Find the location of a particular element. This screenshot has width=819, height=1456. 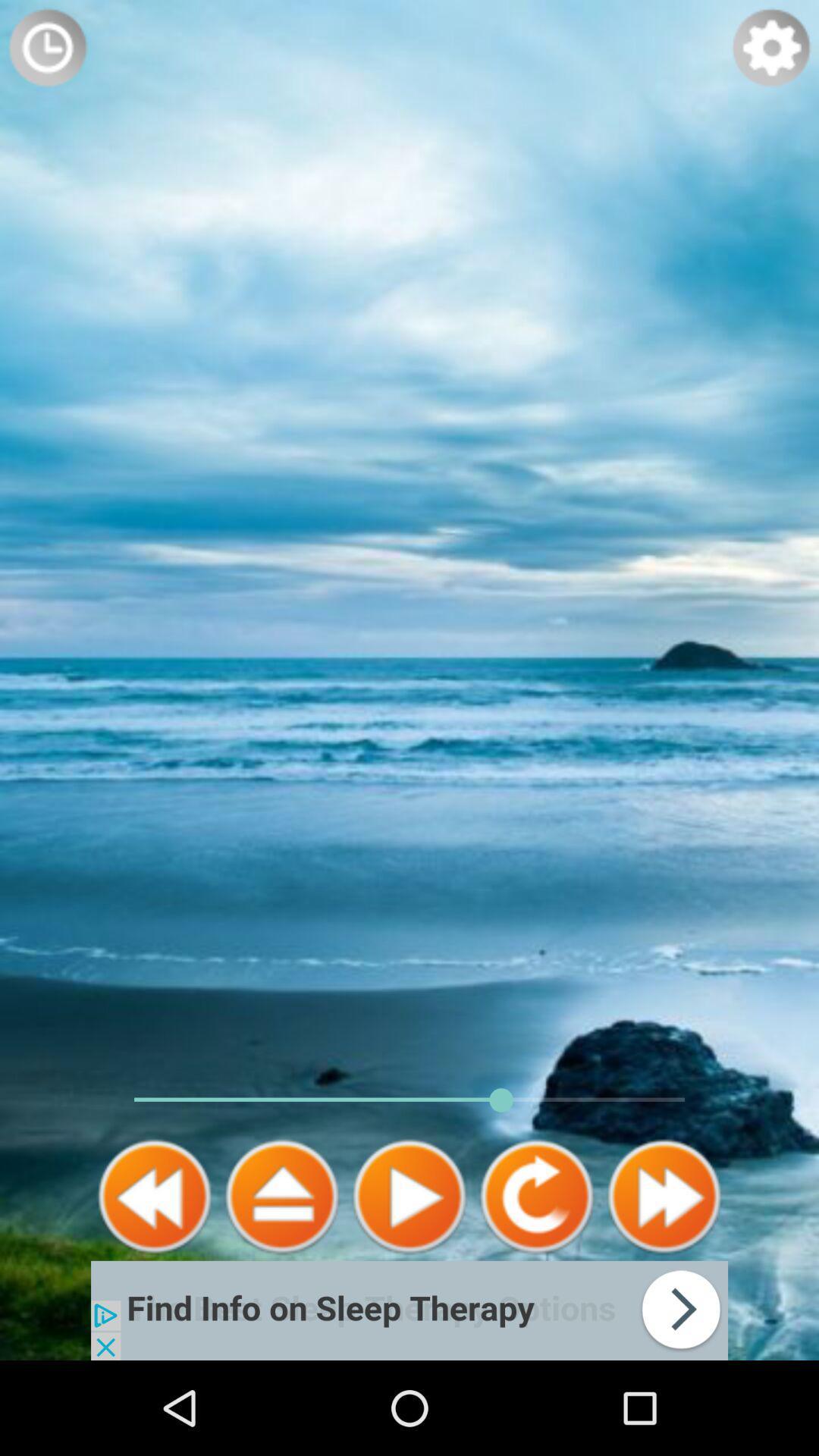

the home icon is located at coordinates (281, 1280).